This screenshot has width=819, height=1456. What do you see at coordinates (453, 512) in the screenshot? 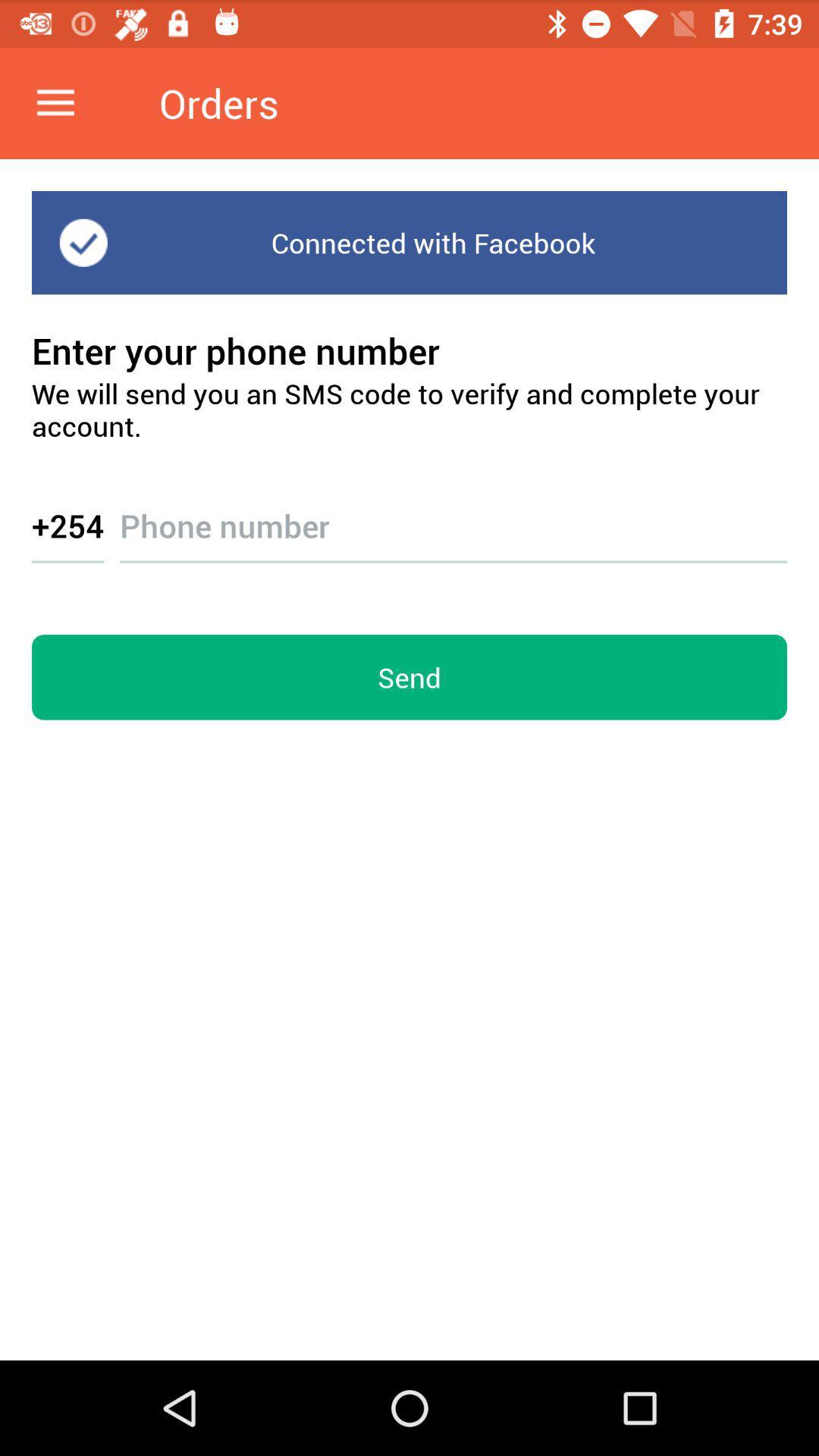
I see `item next to +254 item` at bounding box center [453, 512].